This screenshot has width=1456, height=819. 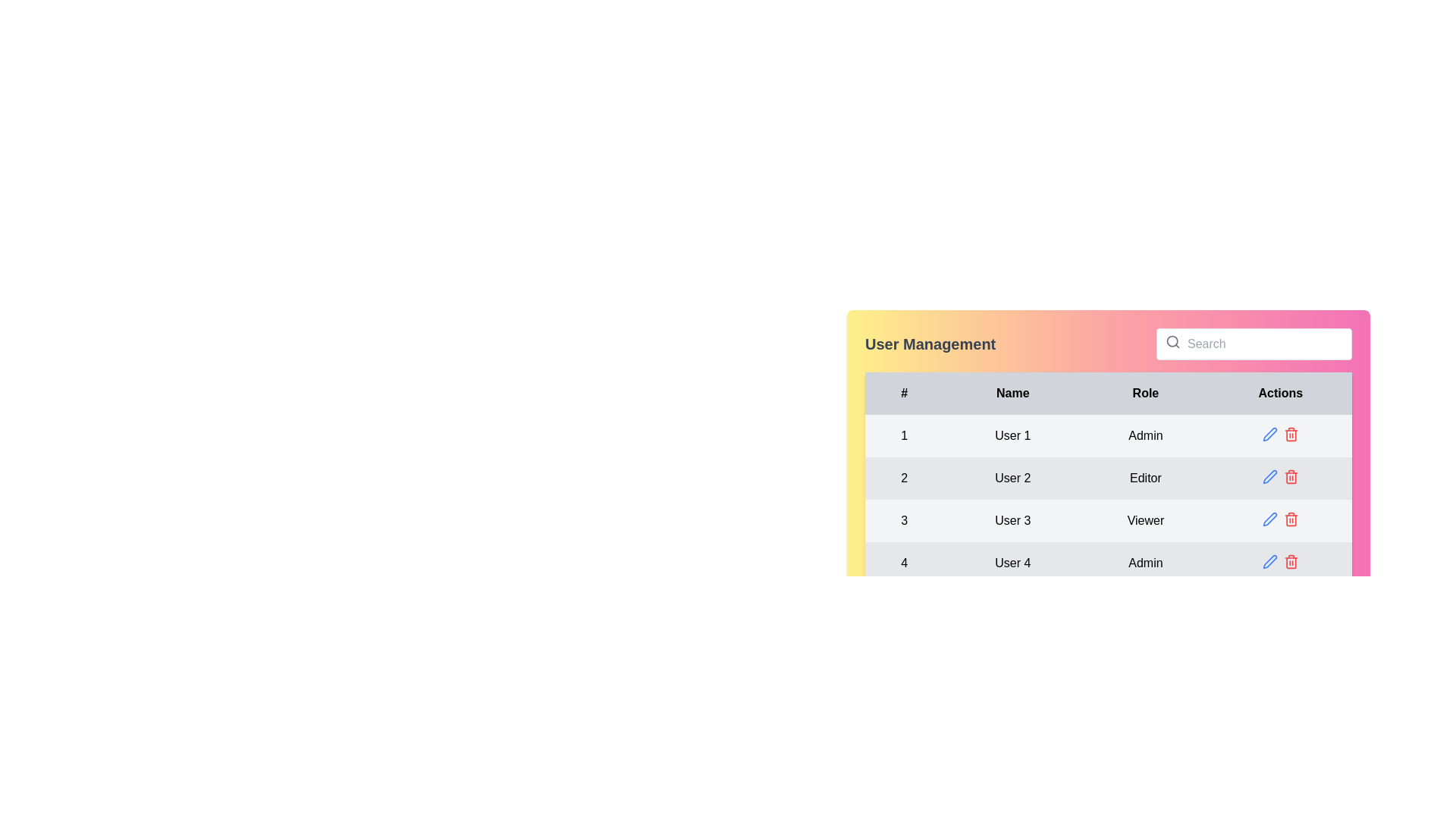 I want to click on text label indicating the role of the user as 'Editor' located in the 'Role' column of the second row of the table, so click(x=1145, y=479).